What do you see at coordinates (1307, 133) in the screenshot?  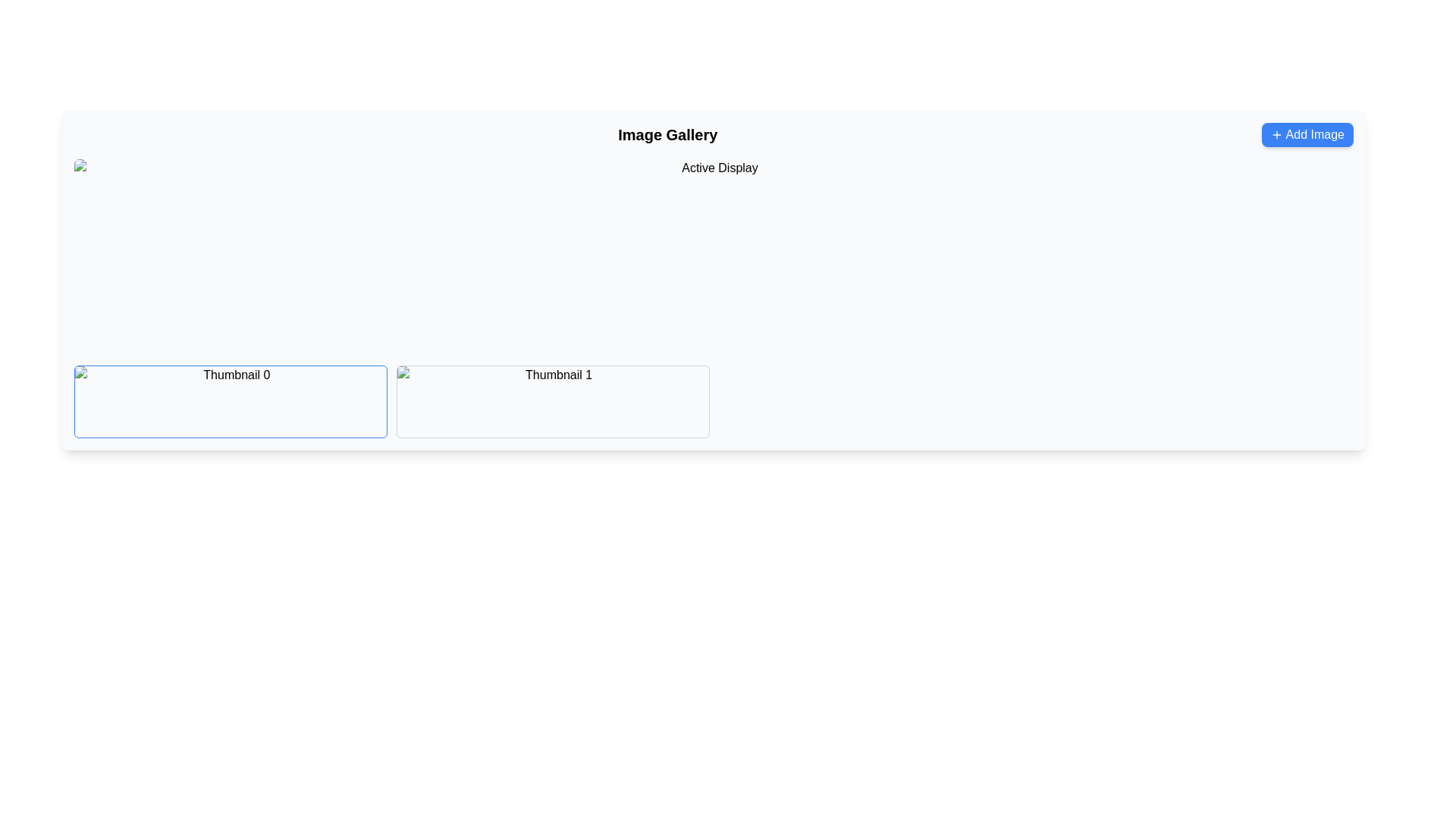 I see `the blue rectangular button labeled 'Add Image' with a plus icon` at bounding box center [1307, 133].